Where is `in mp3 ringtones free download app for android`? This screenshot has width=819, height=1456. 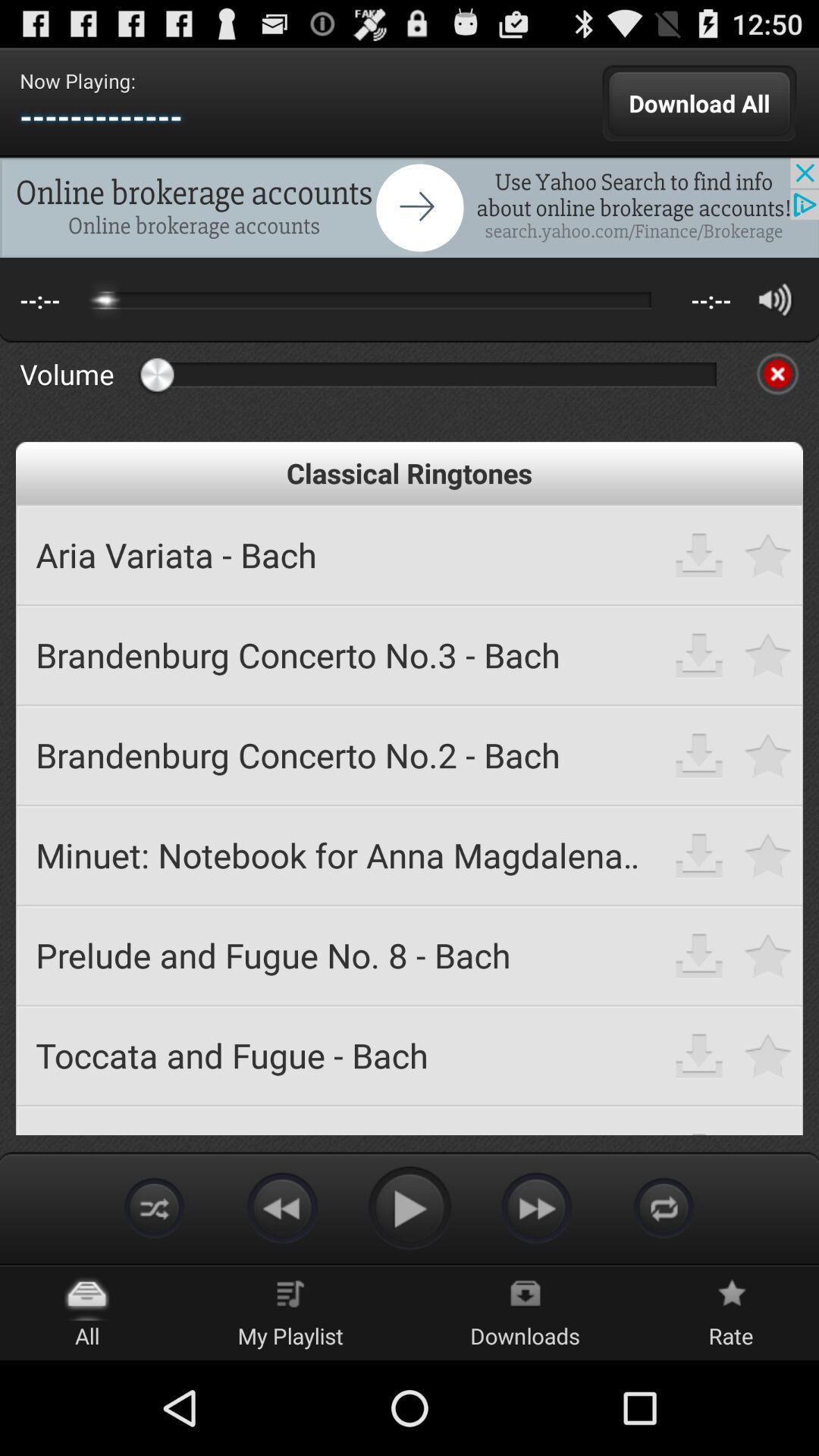 in mp3 ringtones free download app for android is located at coordinates (536, 1207).